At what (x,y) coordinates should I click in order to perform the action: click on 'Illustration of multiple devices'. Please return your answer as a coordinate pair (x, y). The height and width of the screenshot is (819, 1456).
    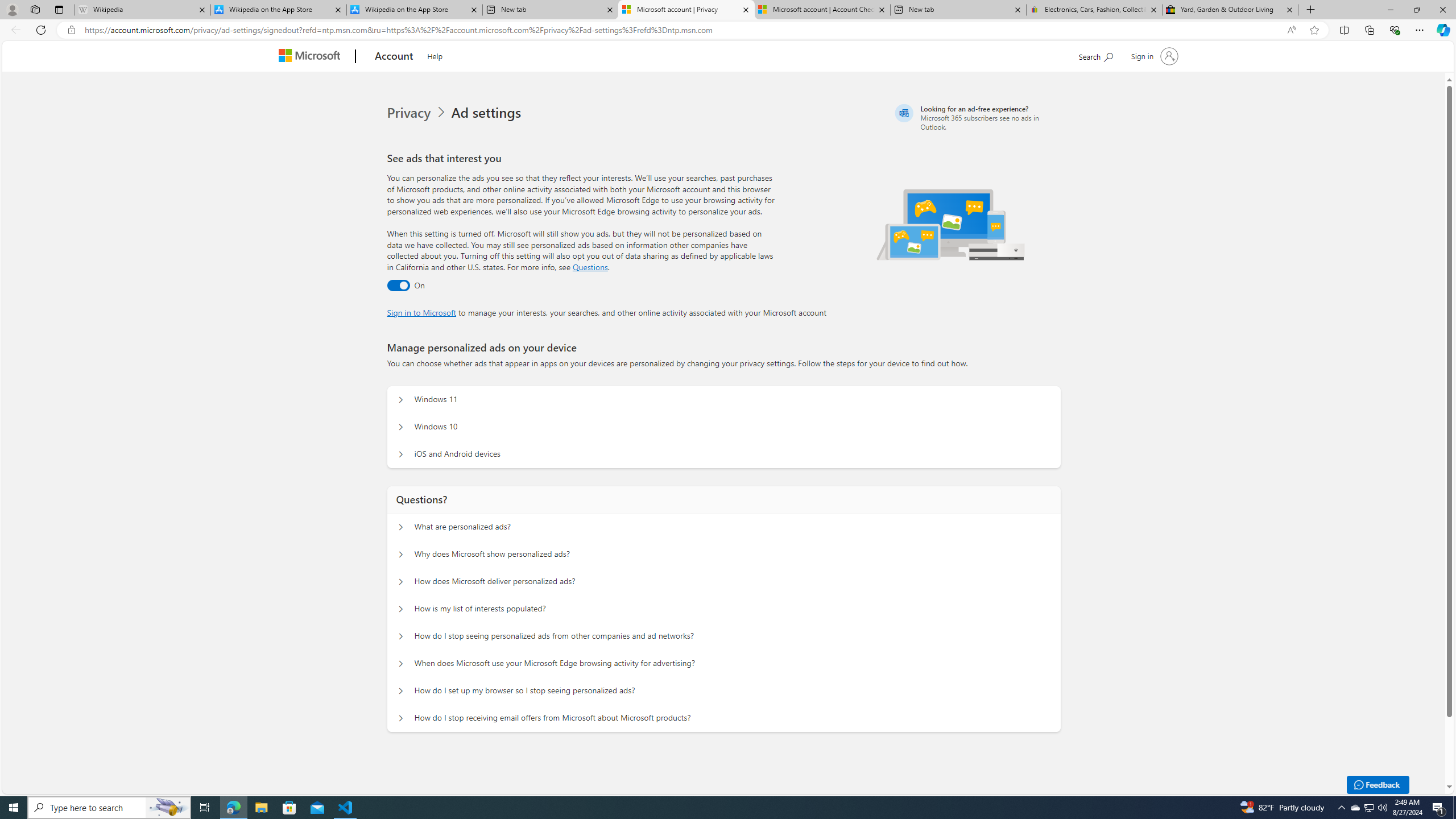
    Looking at the image, I should click on (950, 224).